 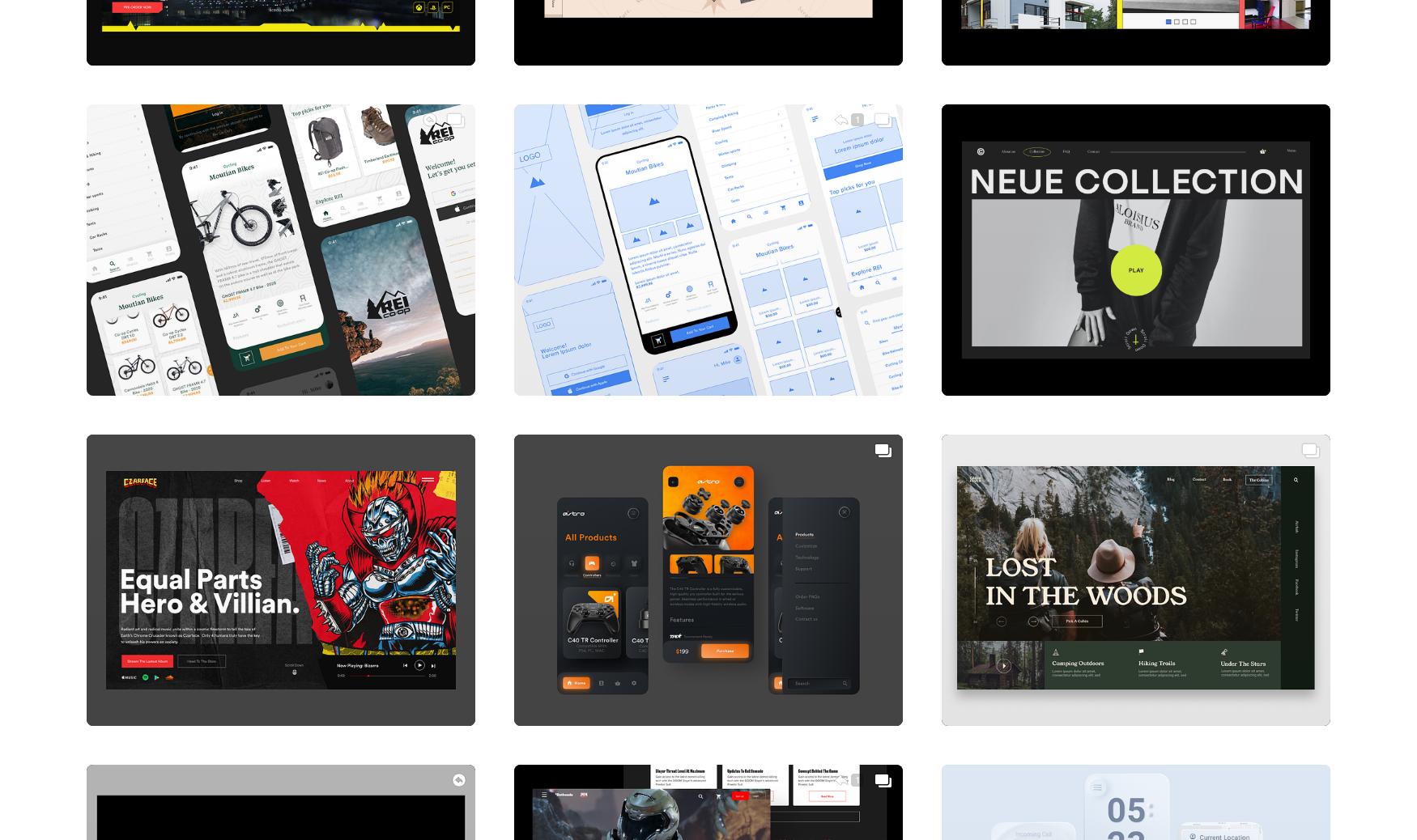 What do you see at coordinates (171, 362) in the screenshot?
I see `'Rei Co-Op App Design'` at bounding box center [171, 362].